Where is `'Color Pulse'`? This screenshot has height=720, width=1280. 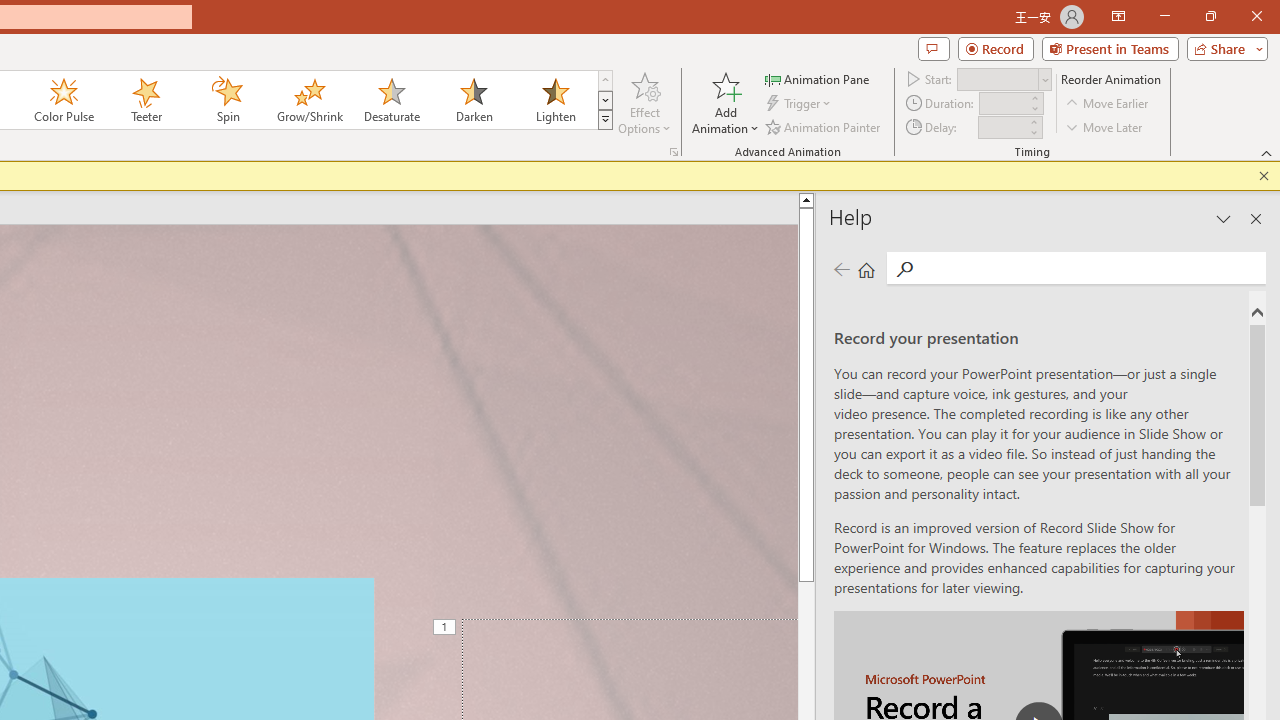
'Color Pulse' is located at coordinates (64, 100).